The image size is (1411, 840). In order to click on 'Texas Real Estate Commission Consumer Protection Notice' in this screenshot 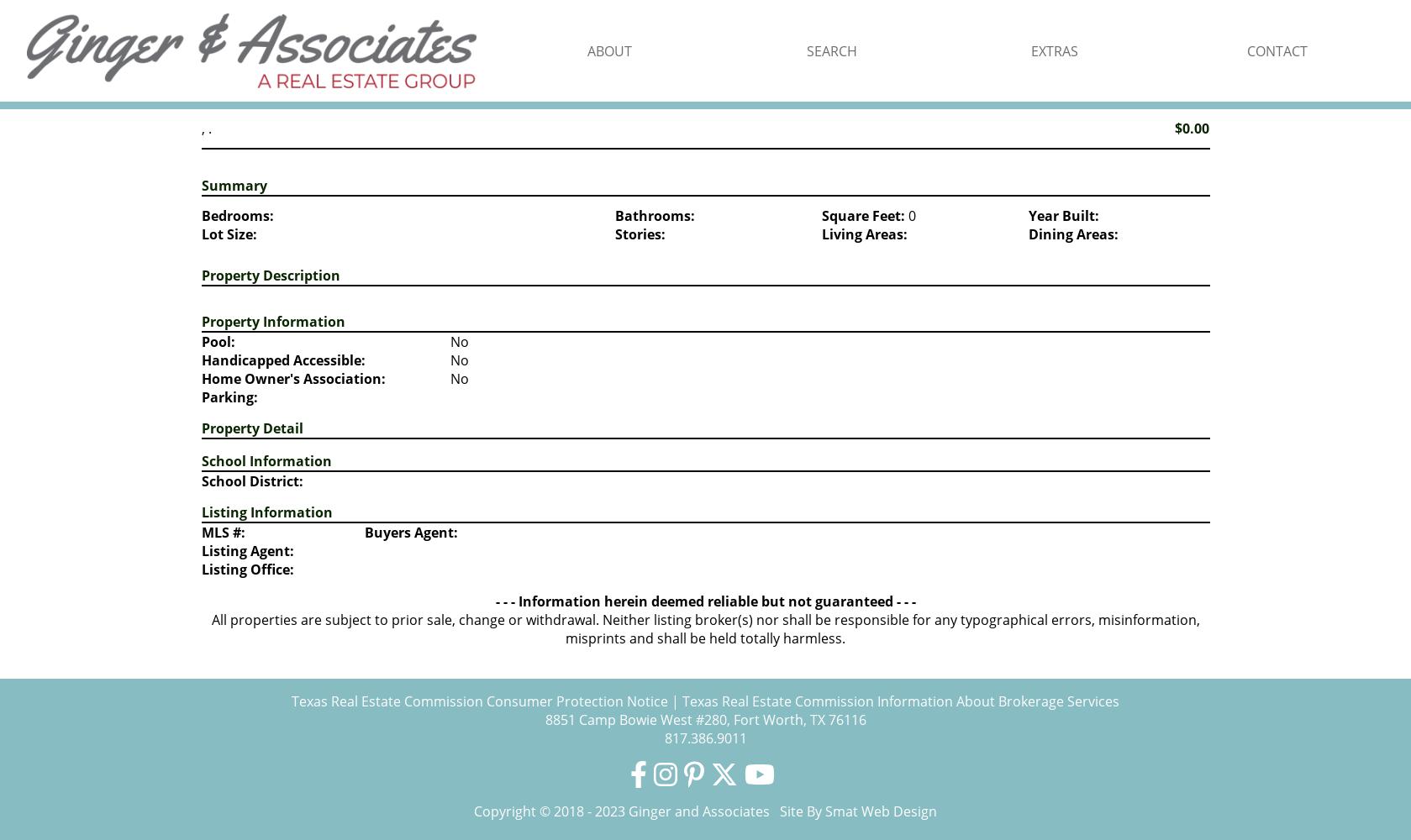, I will do `click(480, 701)`.